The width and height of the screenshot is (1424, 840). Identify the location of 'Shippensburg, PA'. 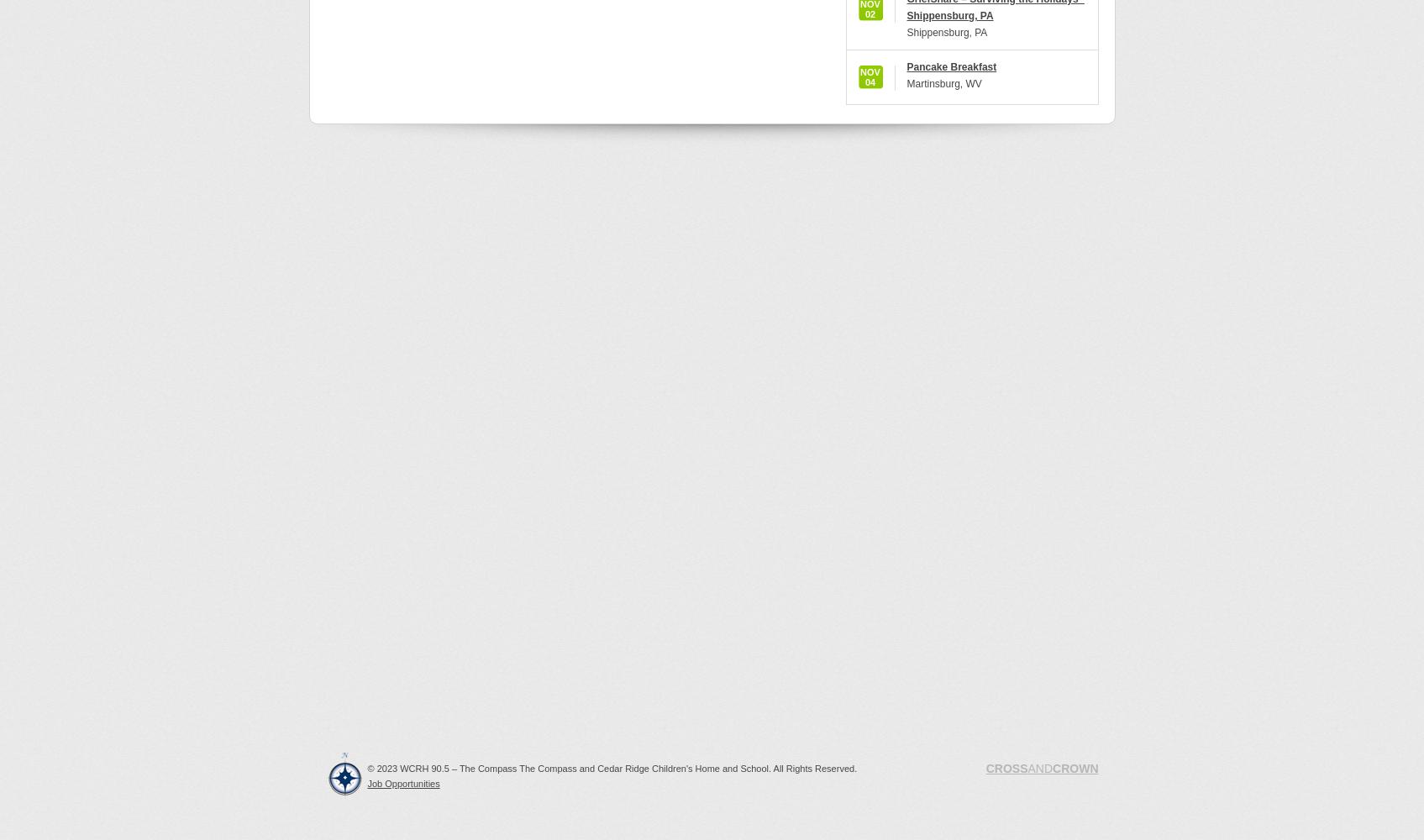
(946, 33).